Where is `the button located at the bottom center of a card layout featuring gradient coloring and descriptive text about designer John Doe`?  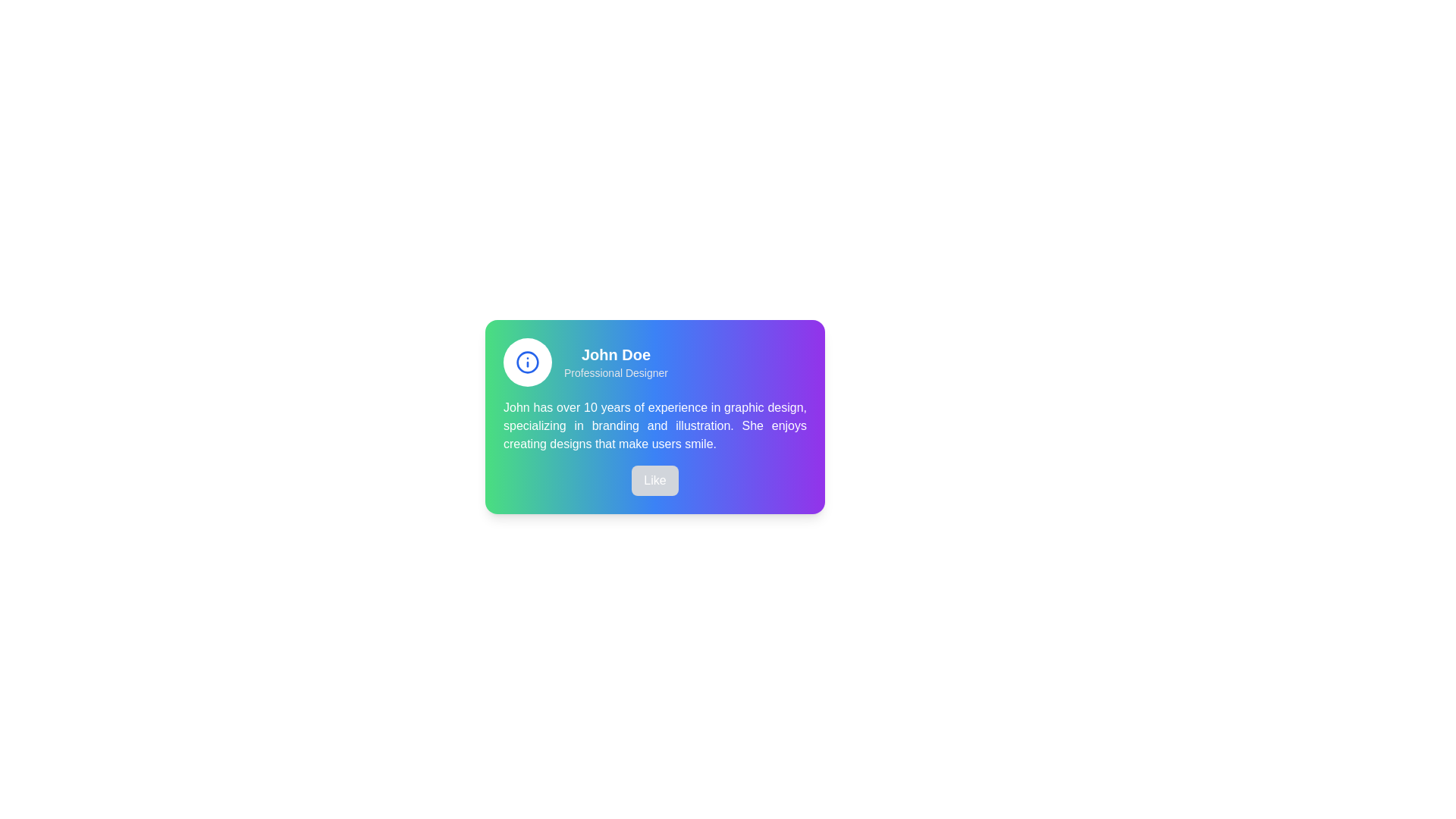 the button located at the bottom center of a card layout featuring gradient coloring and descriptive text about designer John Doe is located at coordinates (655, 480).